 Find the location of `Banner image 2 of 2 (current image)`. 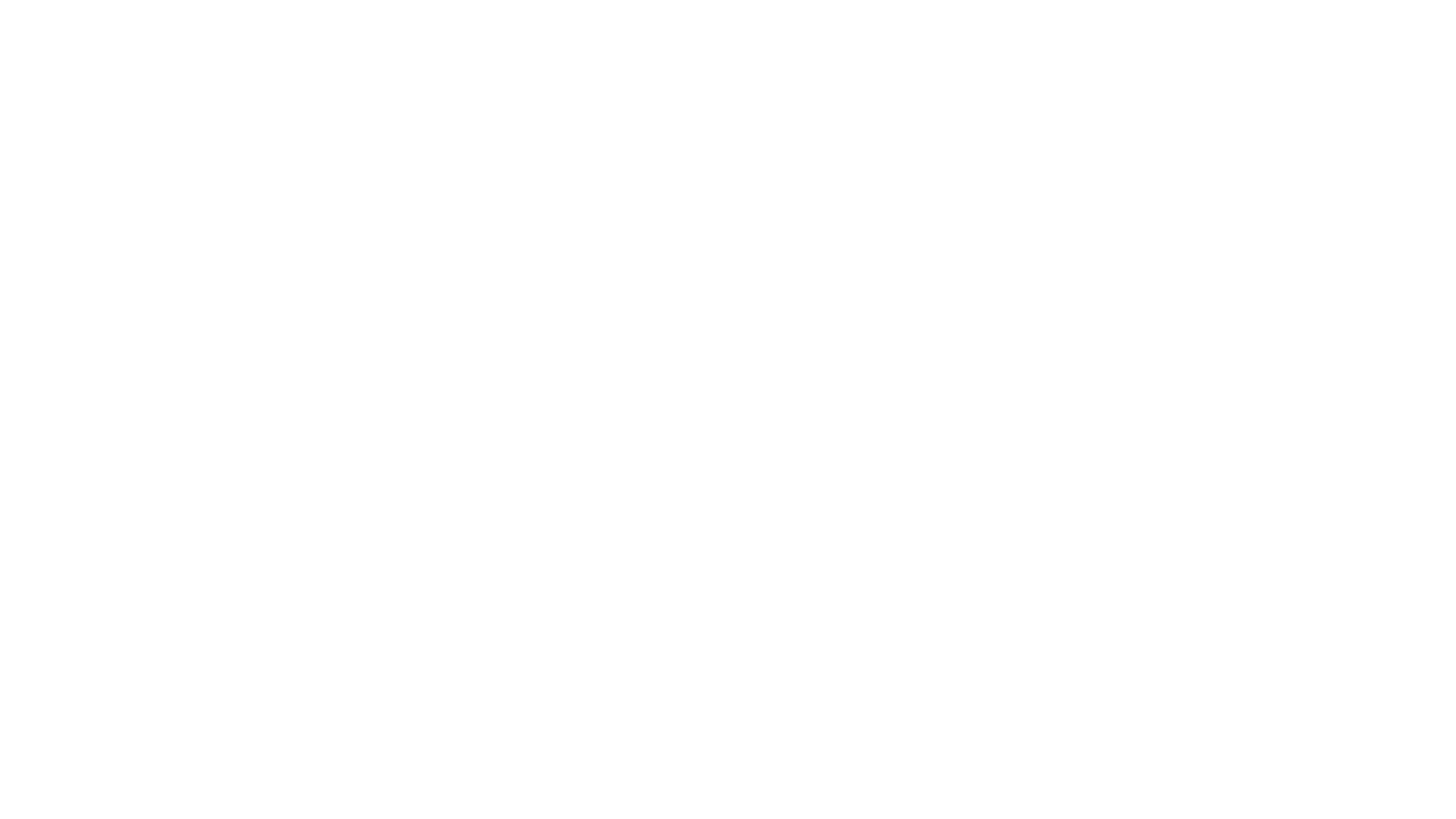

Banner image 2 of 2 (current image) is located at coordinates (334, 104).